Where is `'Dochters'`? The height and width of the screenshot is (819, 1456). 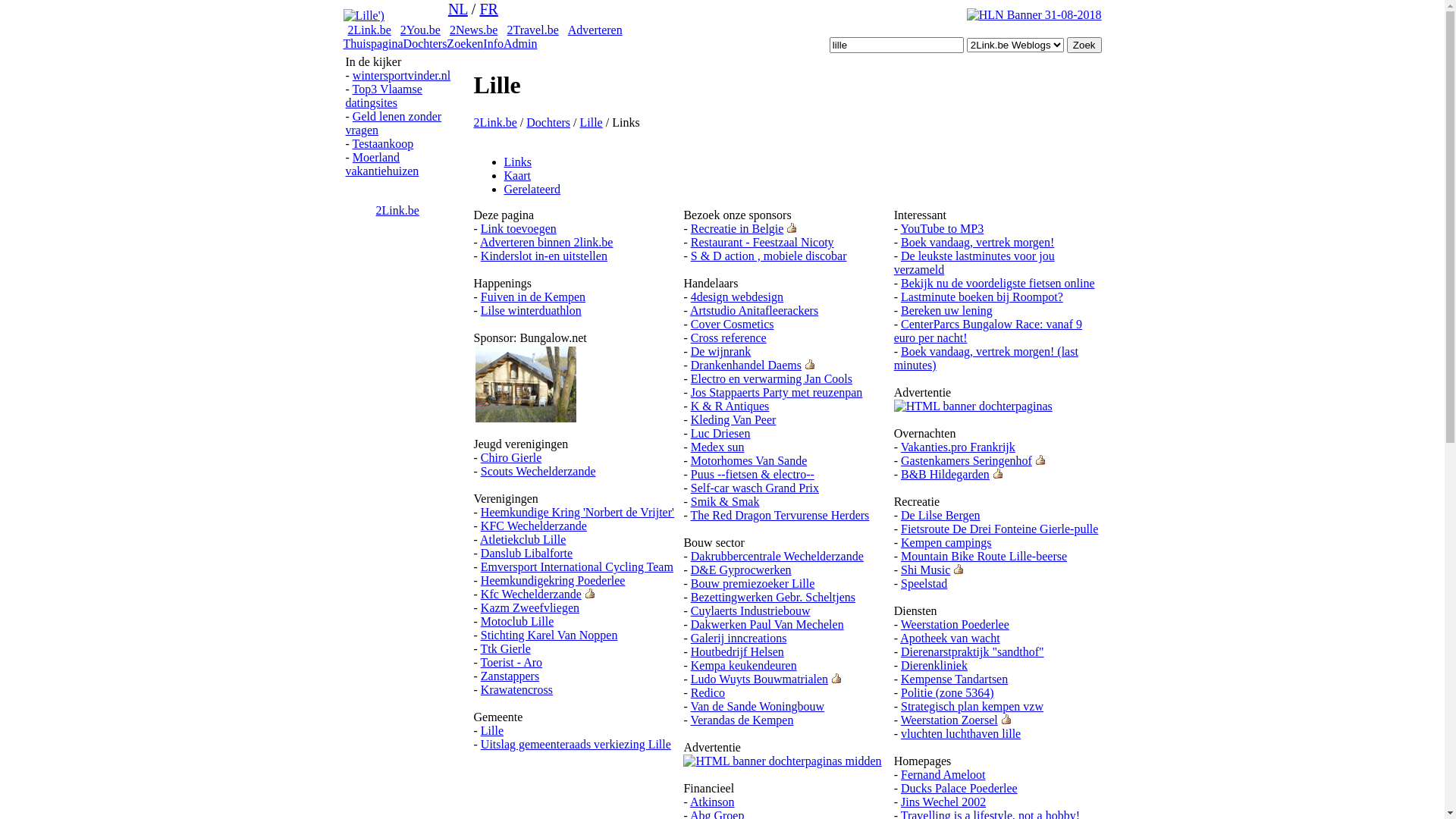
'Dochters' is located at coordinates (548, 121).